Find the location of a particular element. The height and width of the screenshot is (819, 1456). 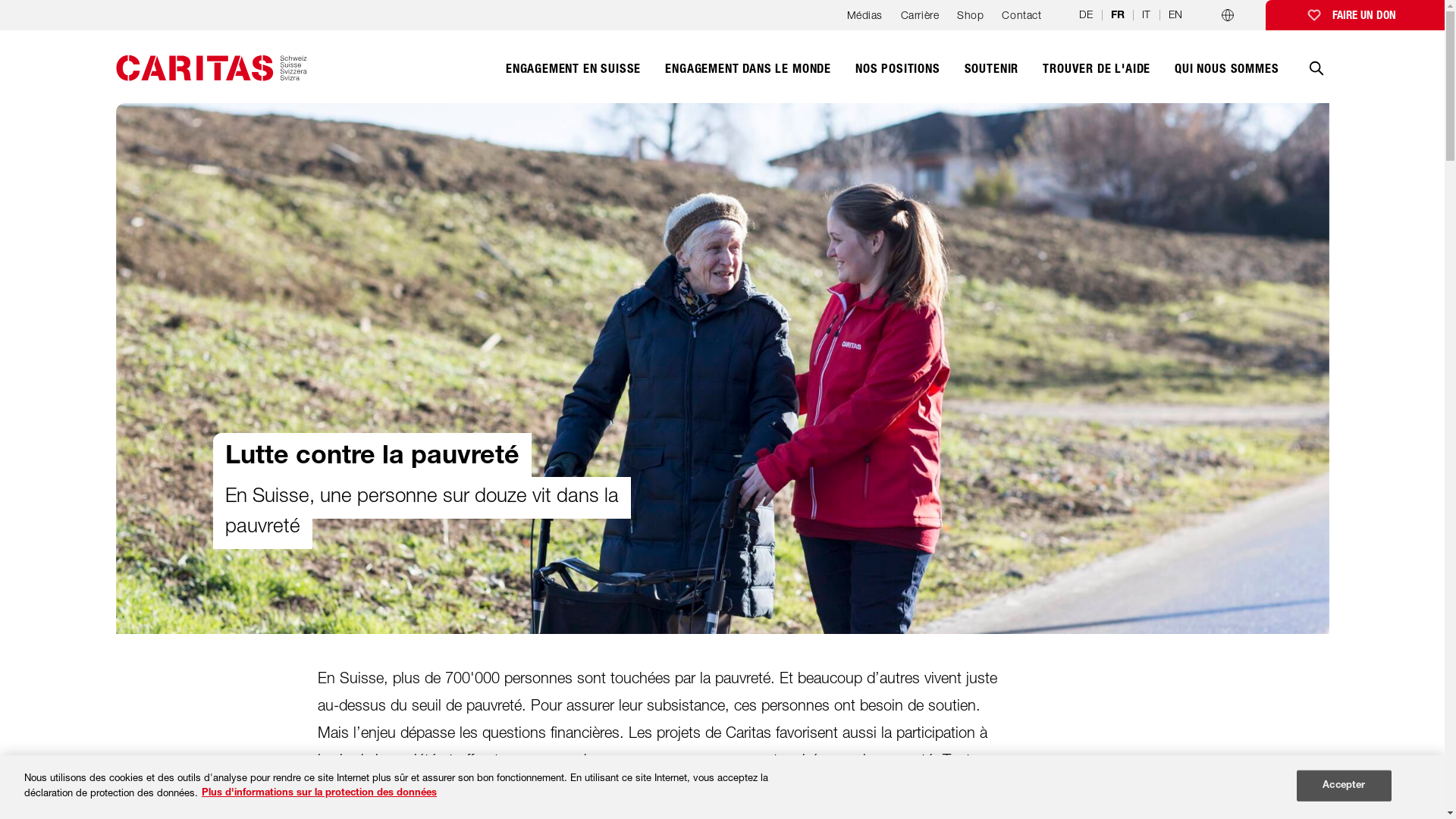

'TROUVER DE L'AIDE' is located at coordinates (1096, 77).